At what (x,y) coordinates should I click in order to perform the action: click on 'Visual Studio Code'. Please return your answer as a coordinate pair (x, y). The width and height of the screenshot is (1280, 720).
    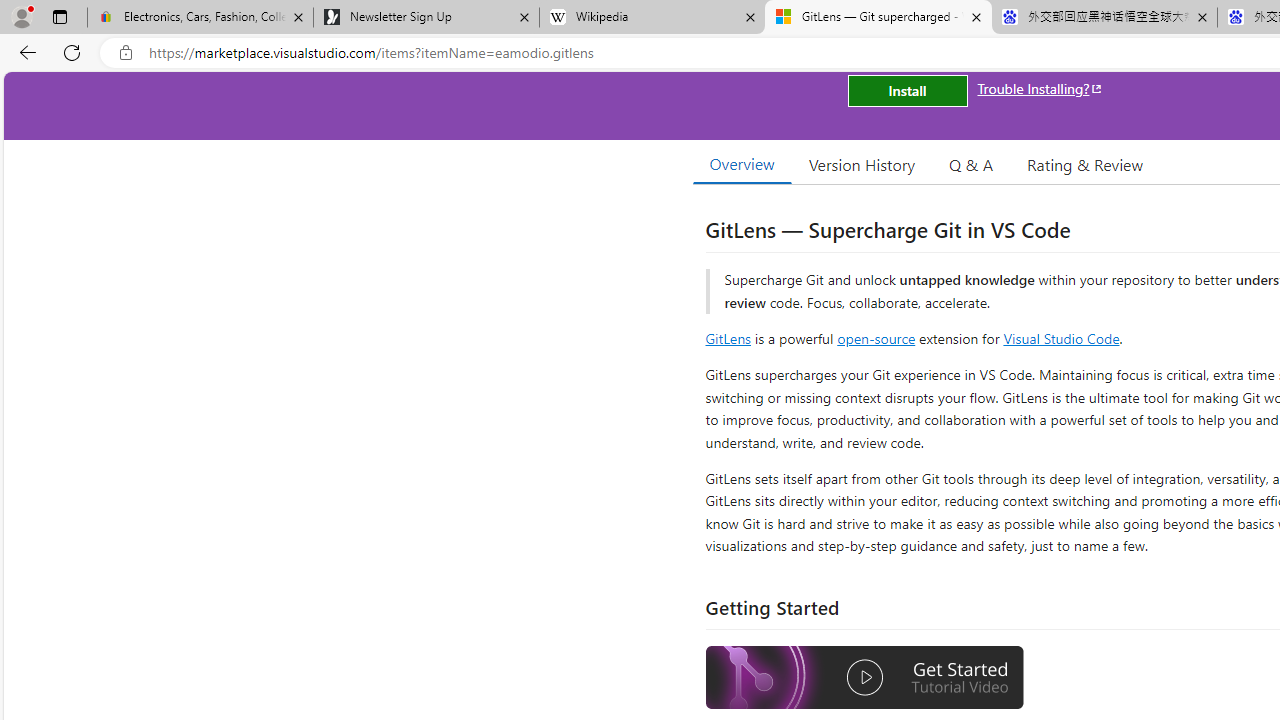
    Looking at the image, I should click on (1060, 337).